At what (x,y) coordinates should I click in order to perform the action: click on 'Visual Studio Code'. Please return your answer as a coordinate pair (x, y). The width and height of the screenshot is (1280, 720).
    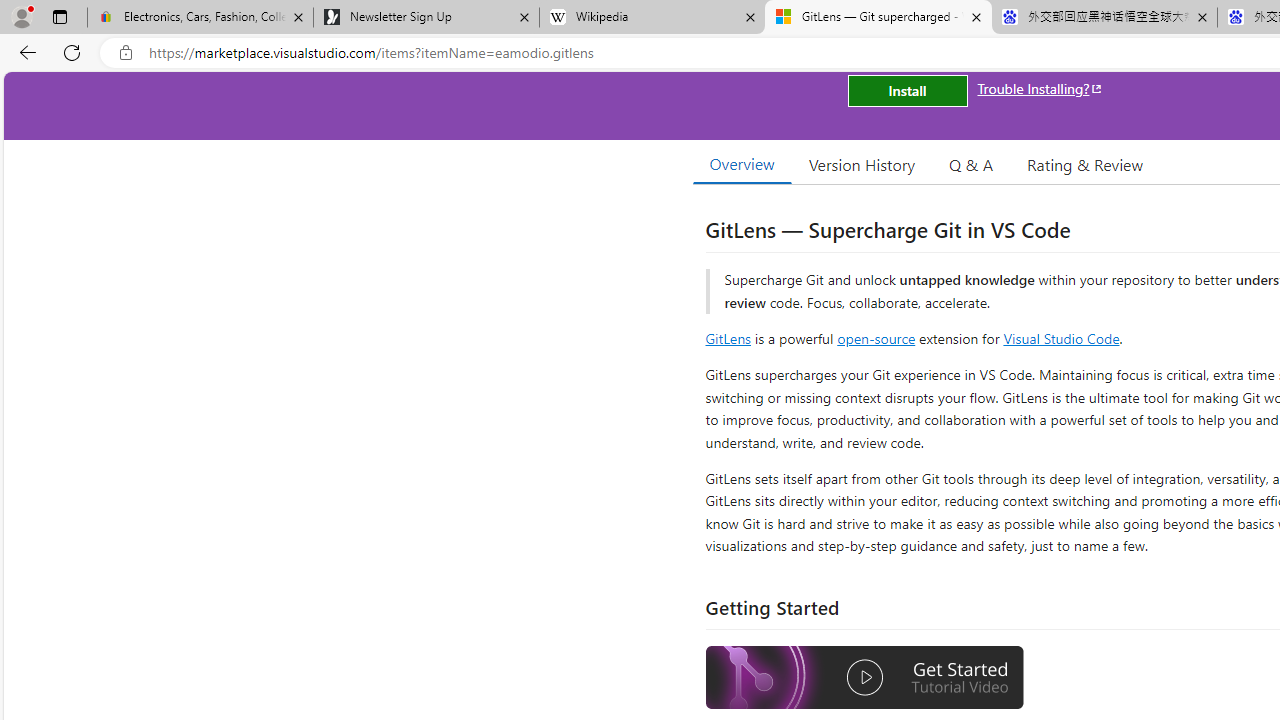
    Looking at the image, I should click on (1060, 337).